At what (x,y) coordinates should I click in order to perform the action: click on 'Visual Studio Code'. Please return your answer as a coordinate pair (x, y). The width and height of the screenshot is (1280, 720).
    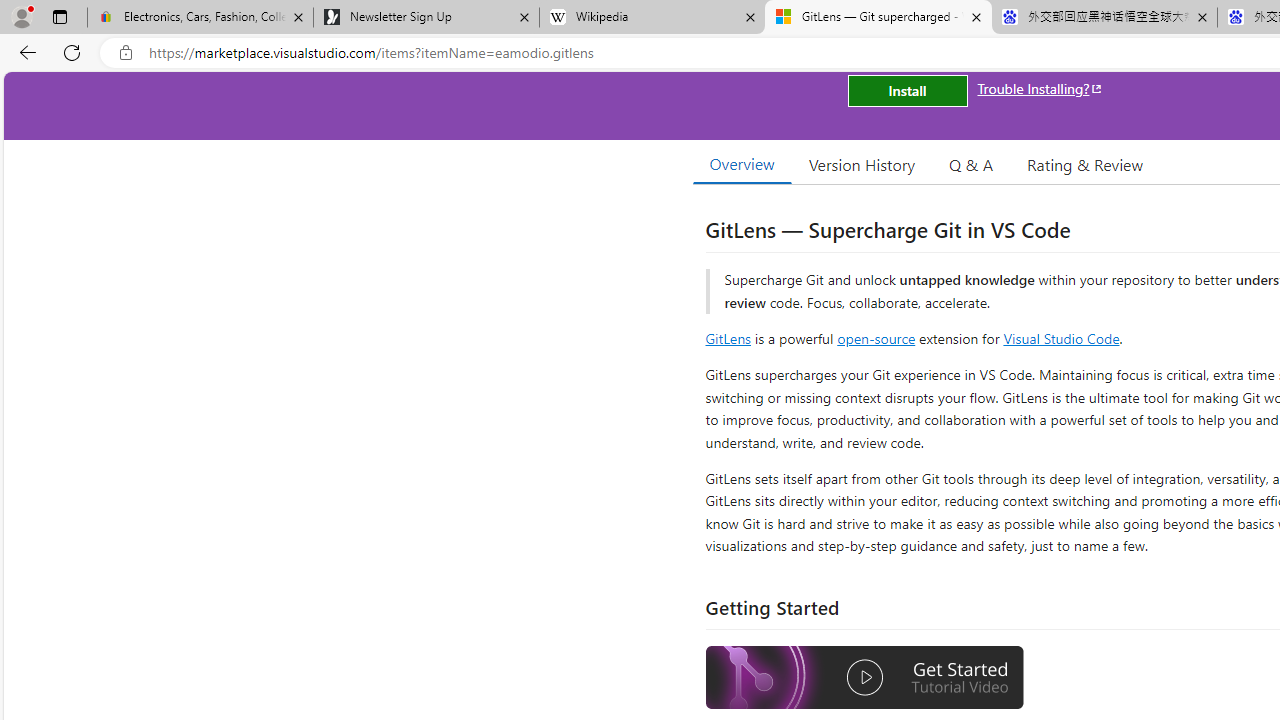
    Looking at the image, I should click on (1060, 337).